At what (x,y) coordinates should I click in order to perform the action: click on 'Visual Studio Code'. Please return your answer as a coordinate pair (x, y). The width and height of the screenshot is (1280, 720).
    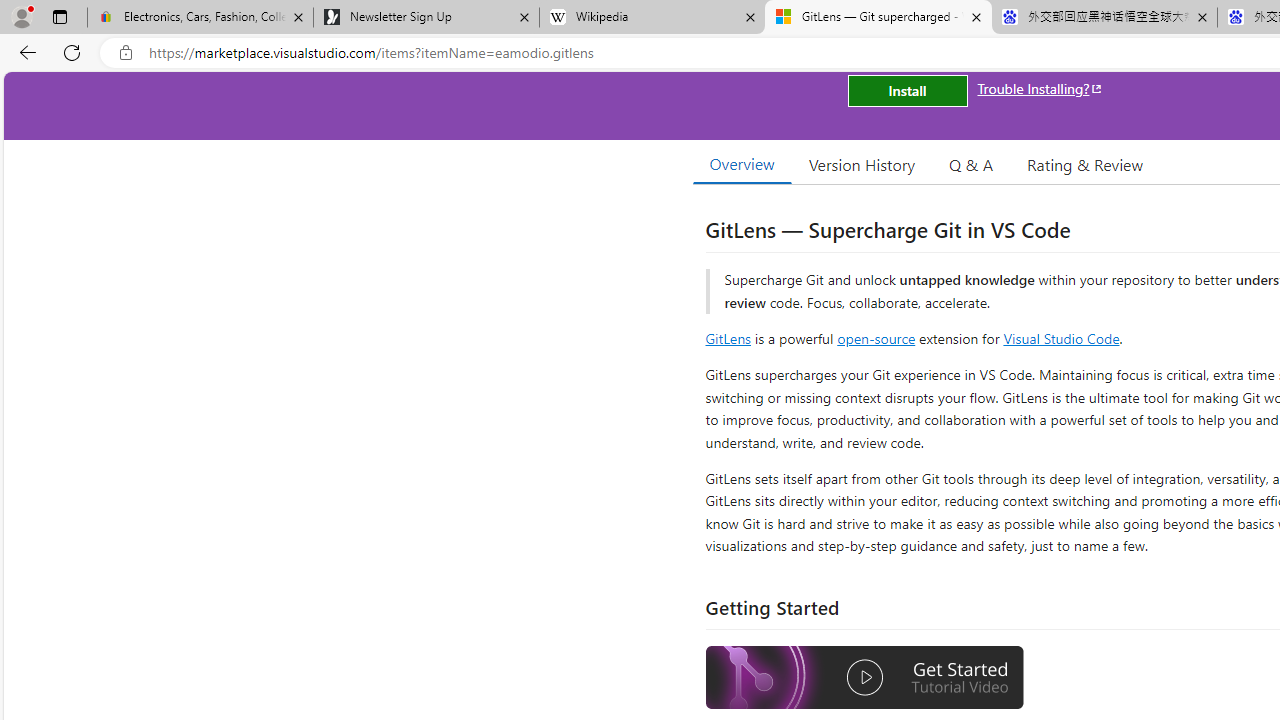
    Looking at the image, I should click on (1060, 337).